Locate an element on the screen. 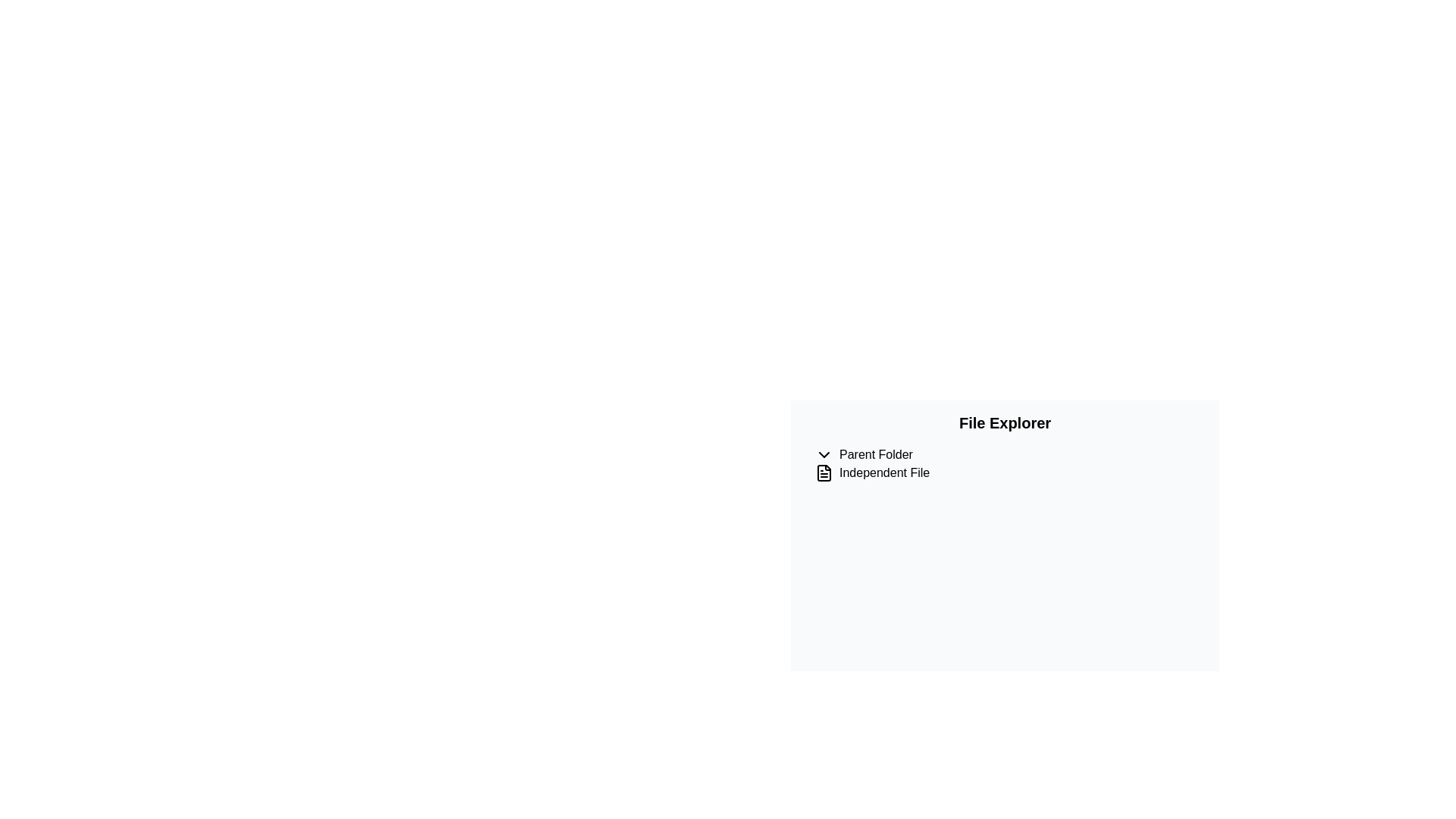  the text label displaying 'Independent File' which is next to a file icon in the file explorer interface is located at coordinates (884, 472).